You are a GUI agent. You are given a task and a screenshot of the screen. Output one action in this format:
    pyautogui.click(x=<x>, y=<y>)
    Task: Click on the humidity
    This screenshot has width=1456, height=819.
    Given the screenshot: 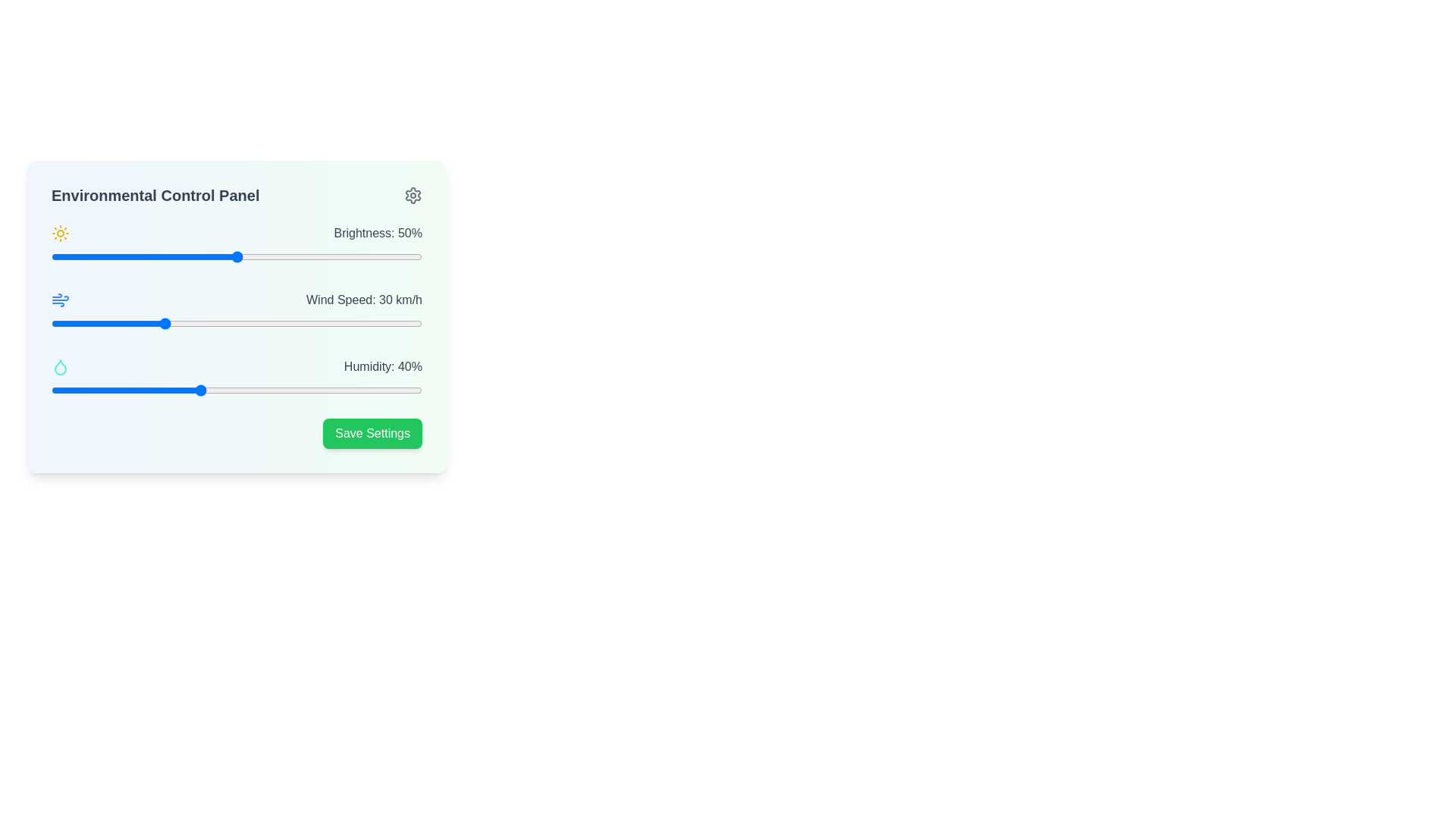 What is the action you would take?
    pyautogui.click(x=95, y=390)
    